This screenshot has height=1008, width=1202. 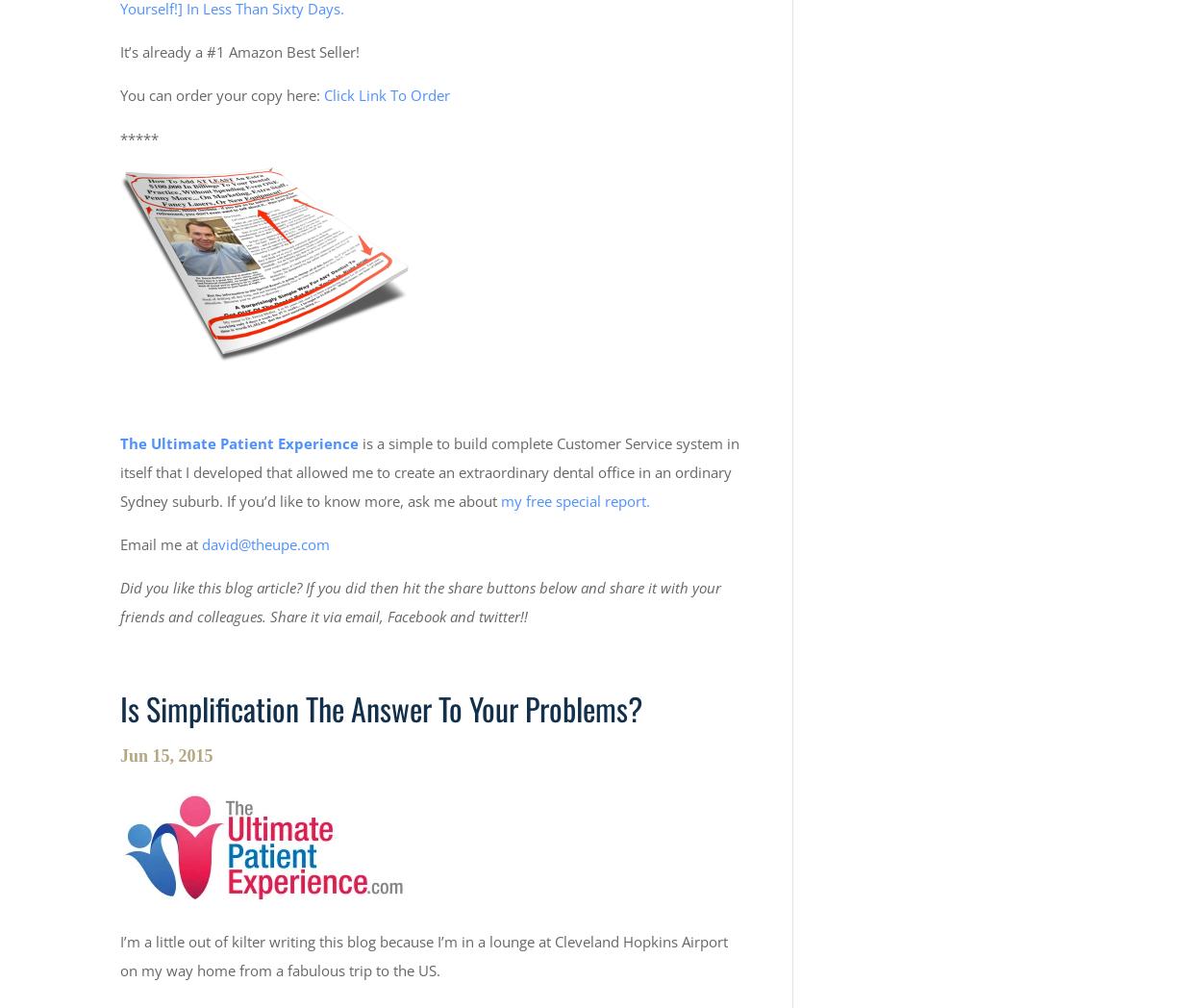 I want to click on 'I’m a little out of kilter writing this blog because I’m in a lounge at Cleveland Hopkins Airport on my way home from a fabulous trip to the US.', so click(x=423, y=953).